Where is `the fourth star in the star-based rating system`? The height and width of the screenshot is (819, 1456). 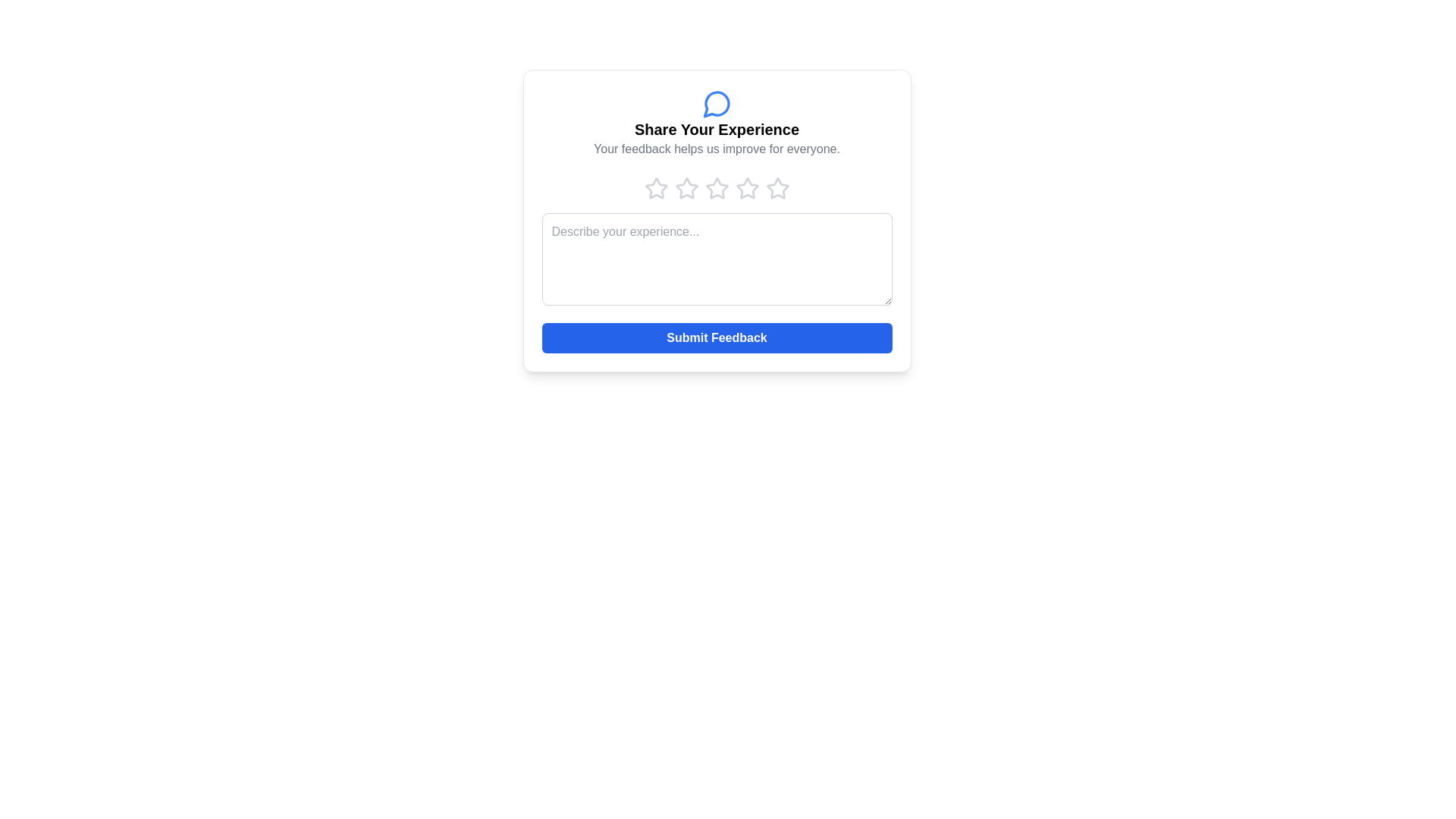 the fourth star in the star-based rating system is located at coordinates (747, 188).